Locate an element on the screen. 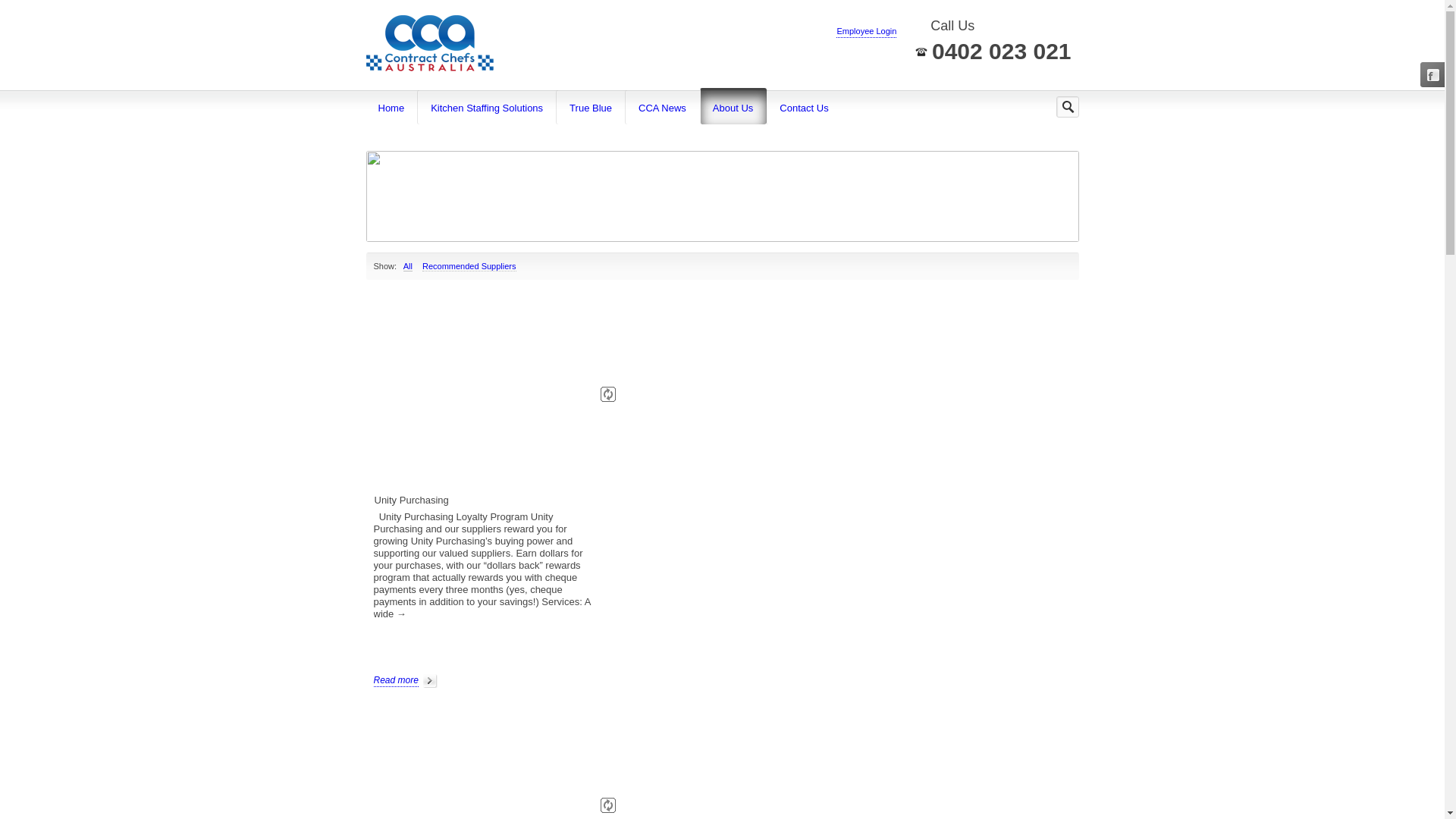  'Read more' is located at coordinates (404, 679).